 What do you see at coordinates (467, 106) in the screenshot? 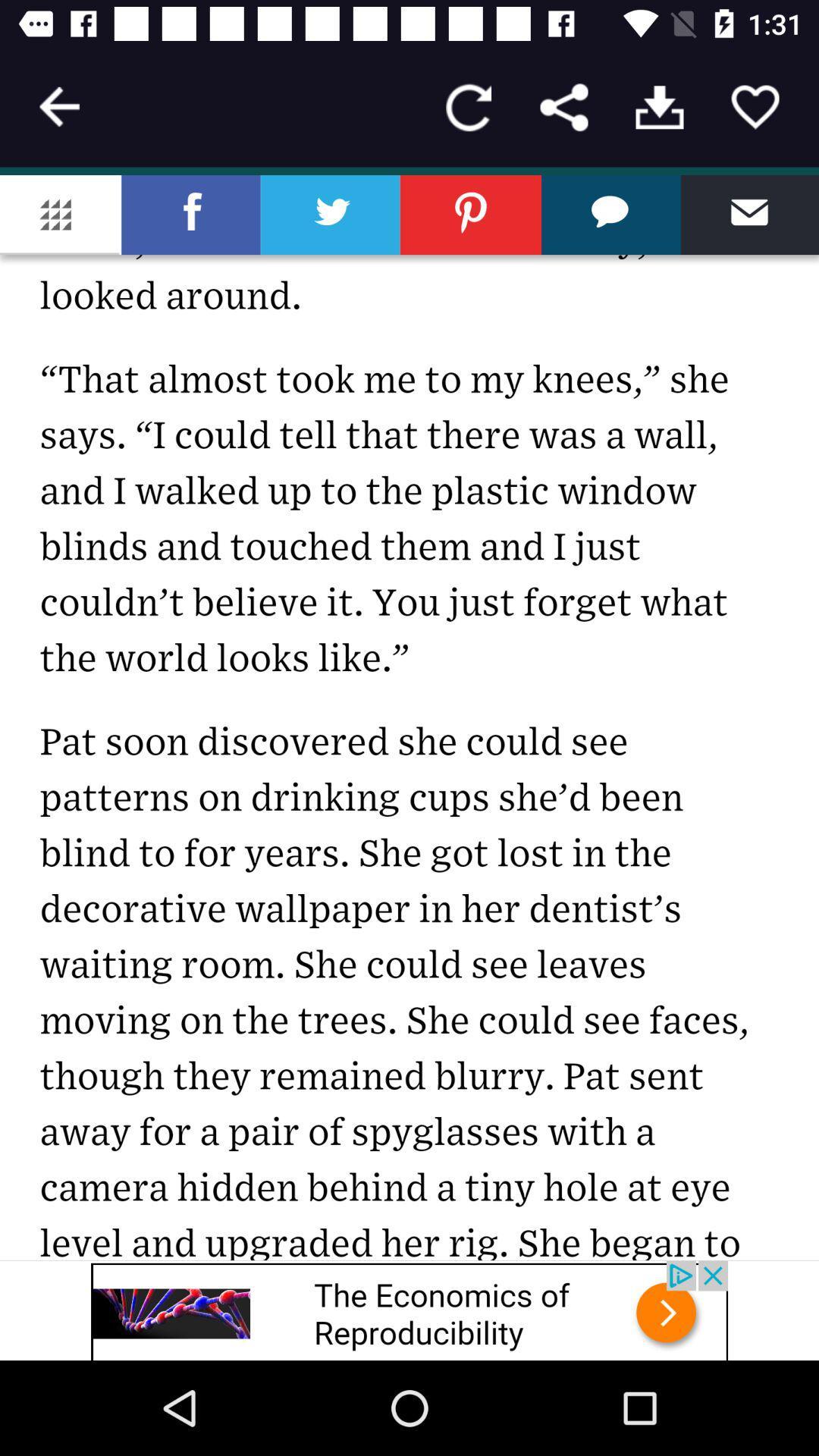
I see `the refresh icon` at bounding box center [467, 106].